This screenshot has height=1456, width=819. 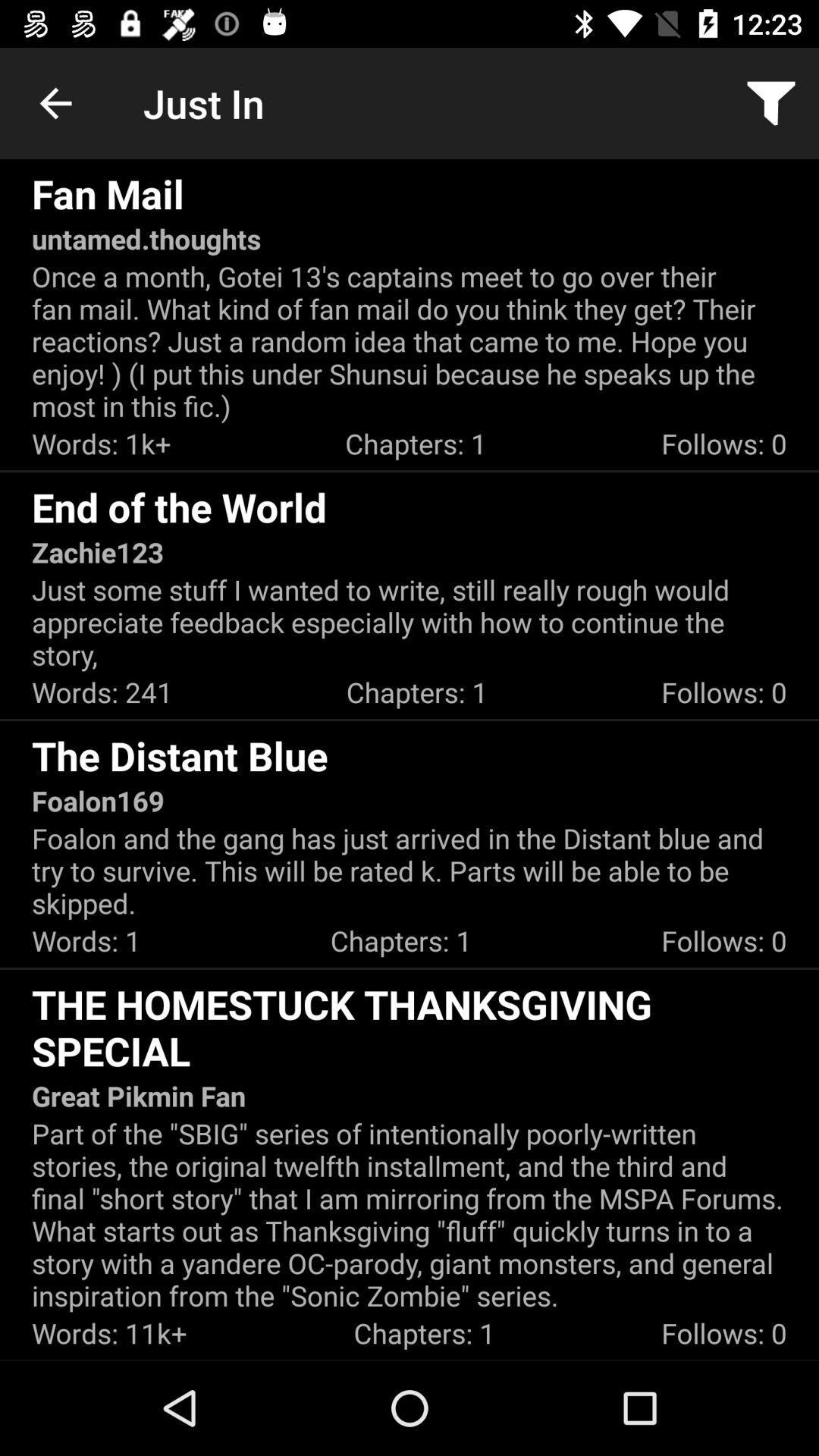 What do you see at coordinates (55, 102) in the screenshot?
I see `item next to just in item` at bounding box center [55, 102].